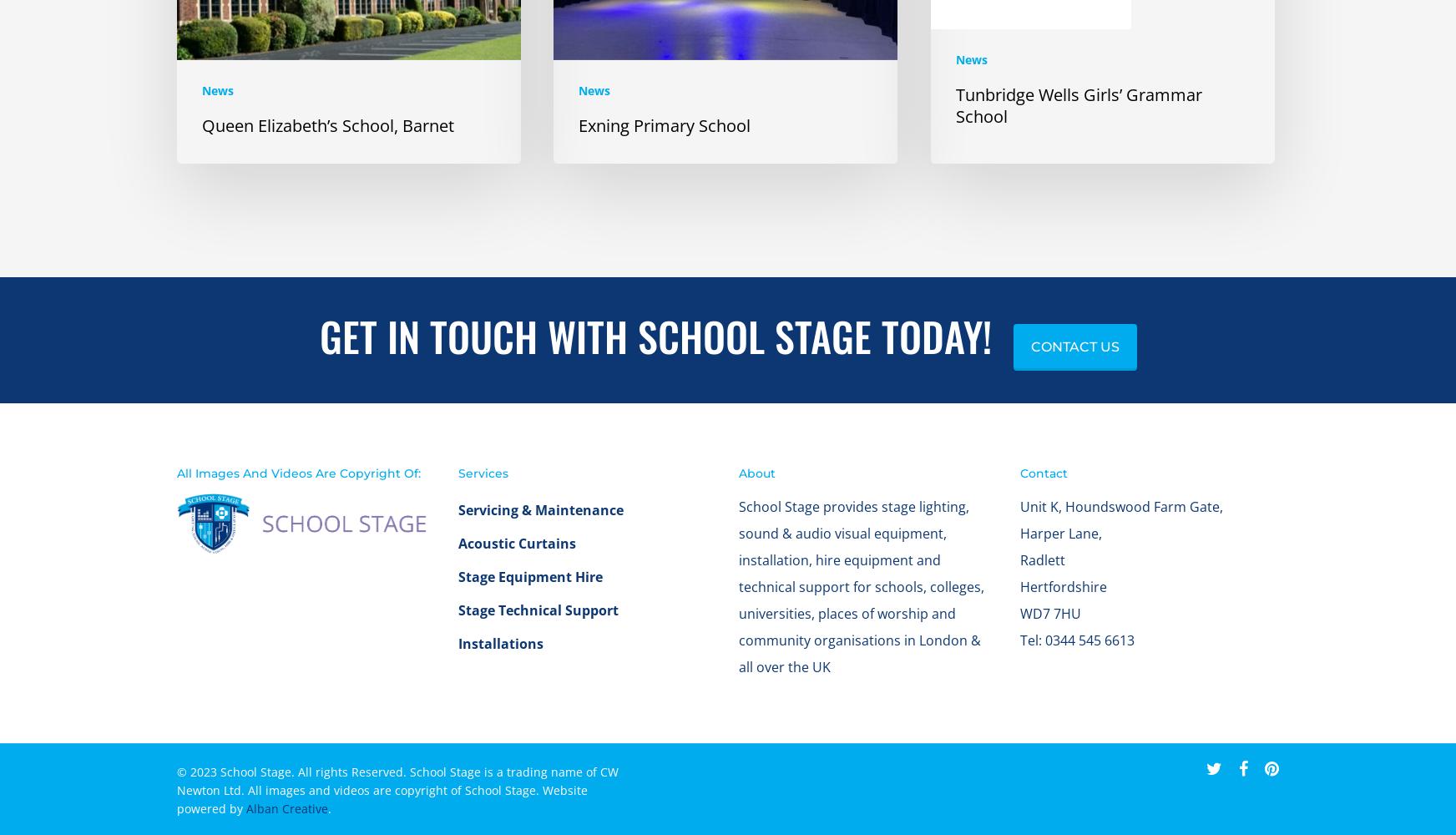  Describe the element at coordinates (664, 141) in the screenshot. I see `'Exning Primary School'` at that location.